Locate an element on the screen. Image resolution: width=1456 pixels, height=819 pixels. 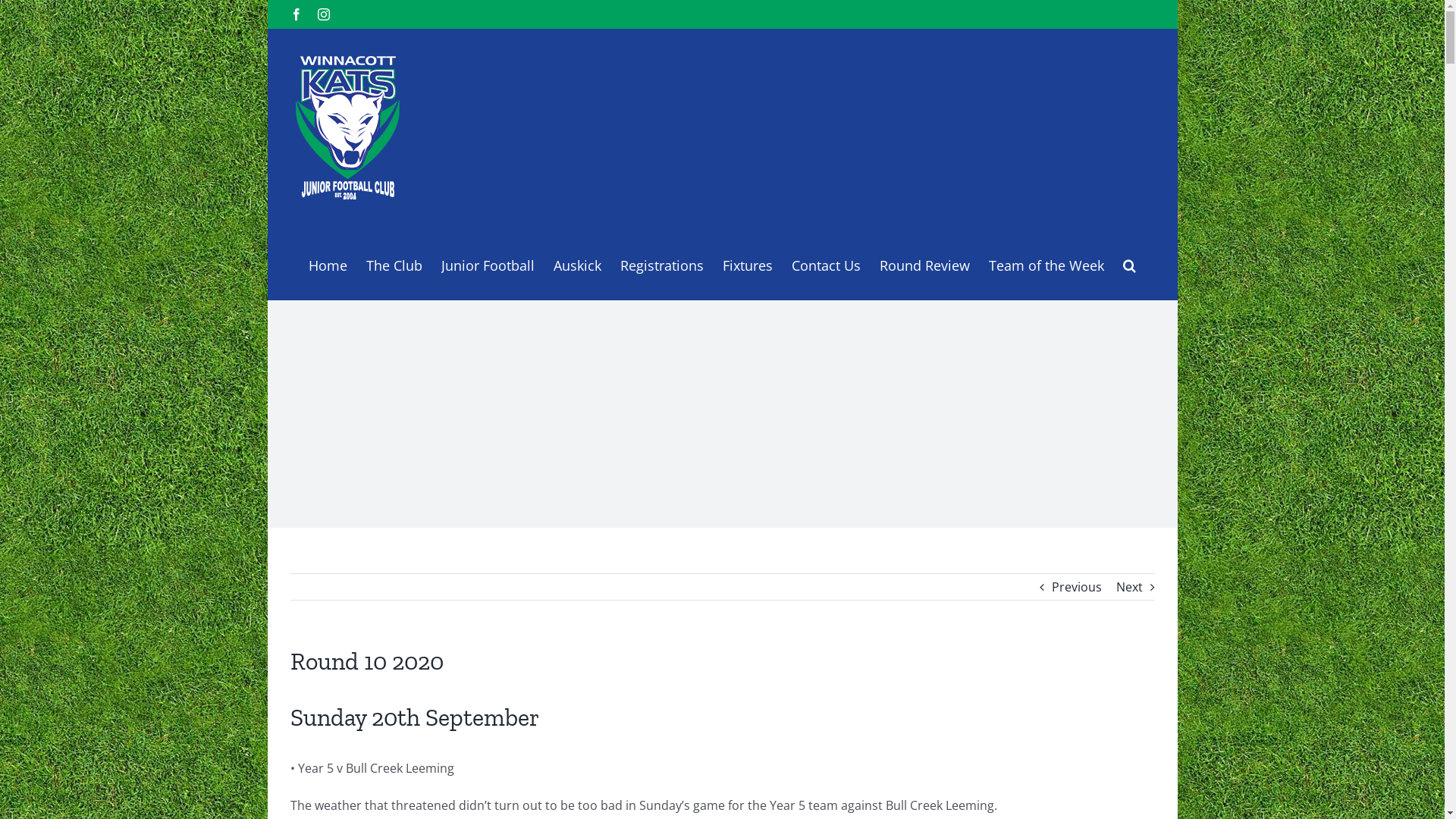
'Facebook' is located at coordinates (295, 14).